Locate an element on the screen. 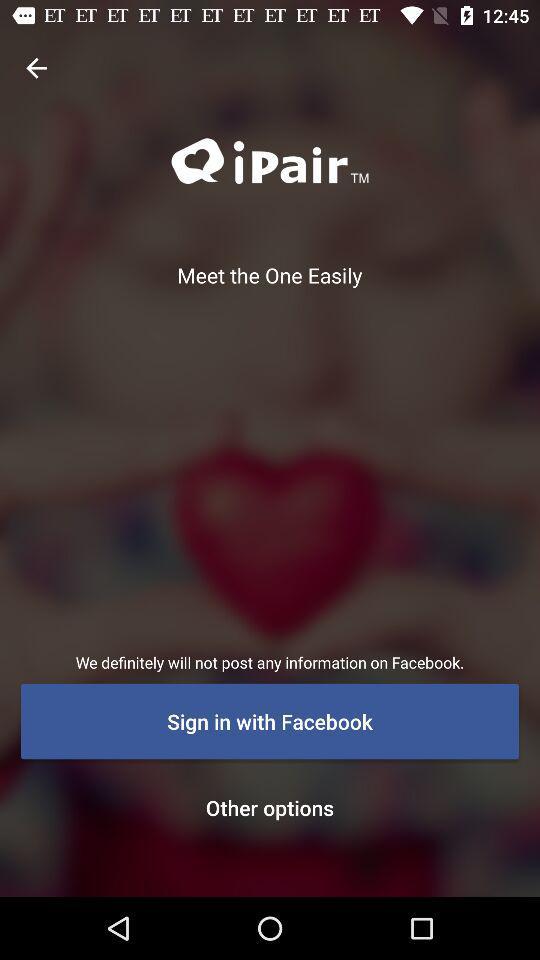  icon above the other options icon is located at coordinates (270, 720).